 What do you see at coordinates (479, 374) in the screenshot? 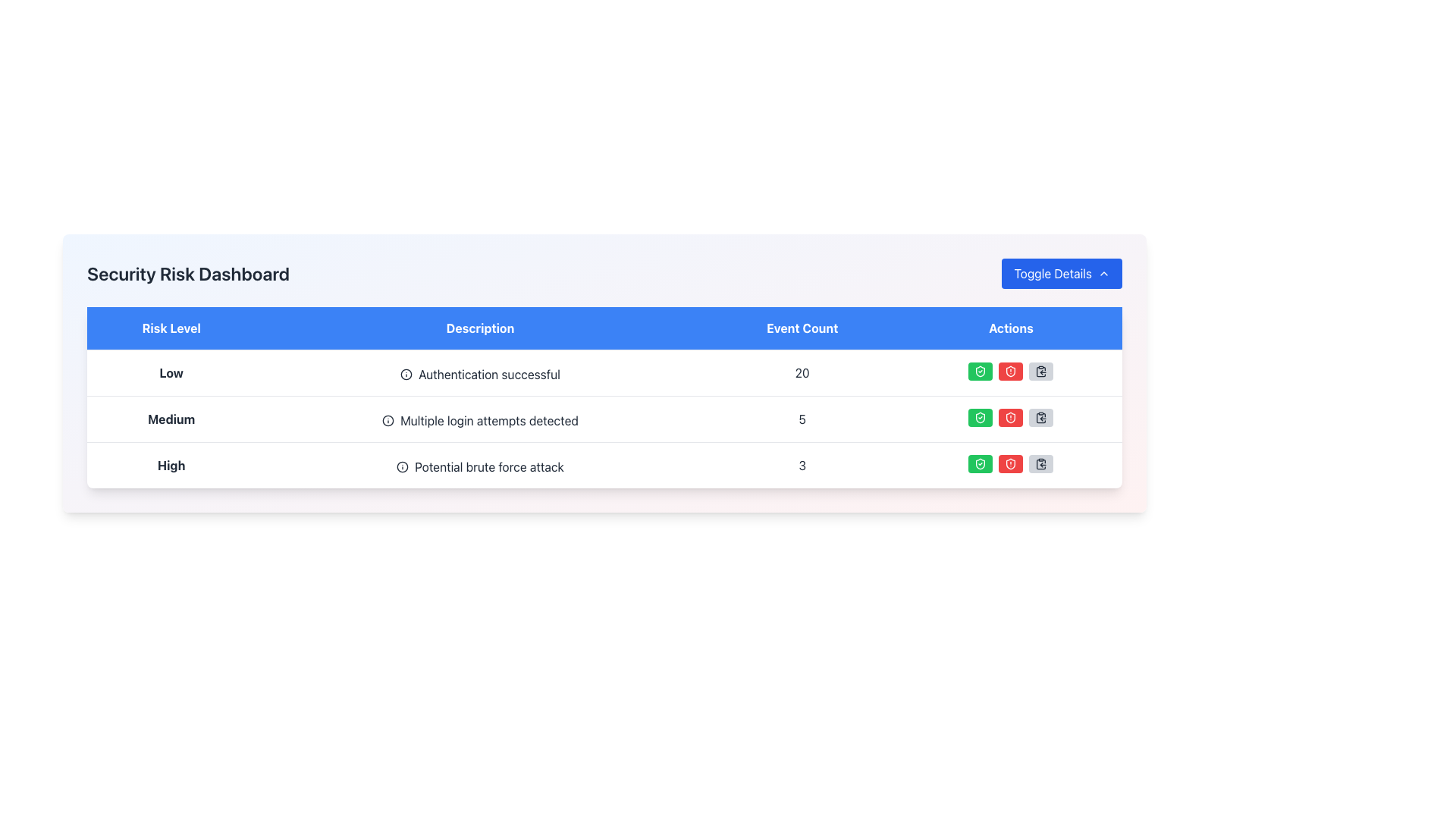
I see `the text label displaying 'Authentication successful' located in the 'Description' column of the 'Low' risk level row to read its content` at bounding box center [479, 374].